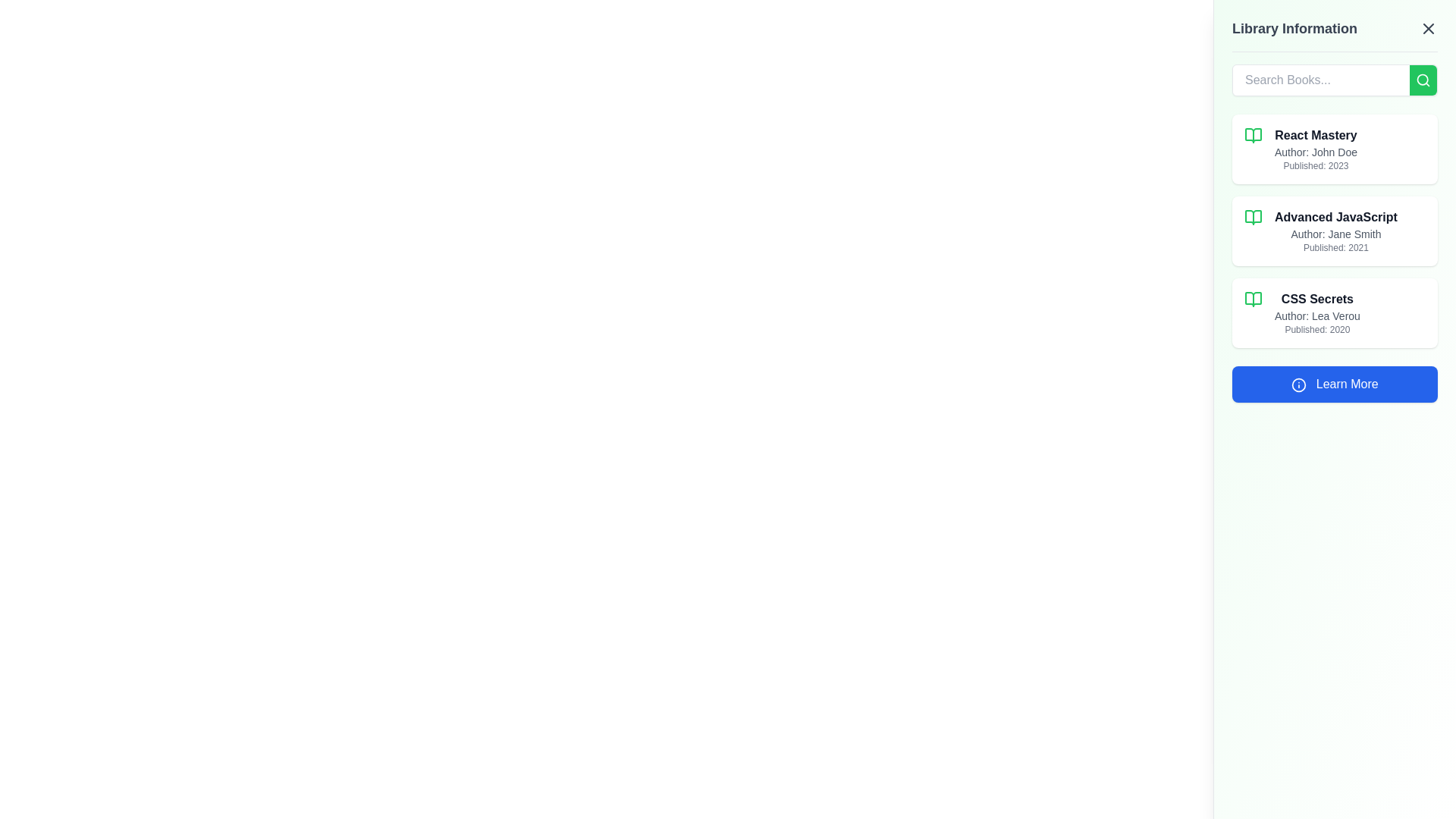 This screenshot has height=819, width=1456. What do you see at coordinates (1298, 384) in the screenshot?
I see `the small circular information icon with a blue outline located to the left of the 'Learn More' button` at bounding box center [1298, 384].